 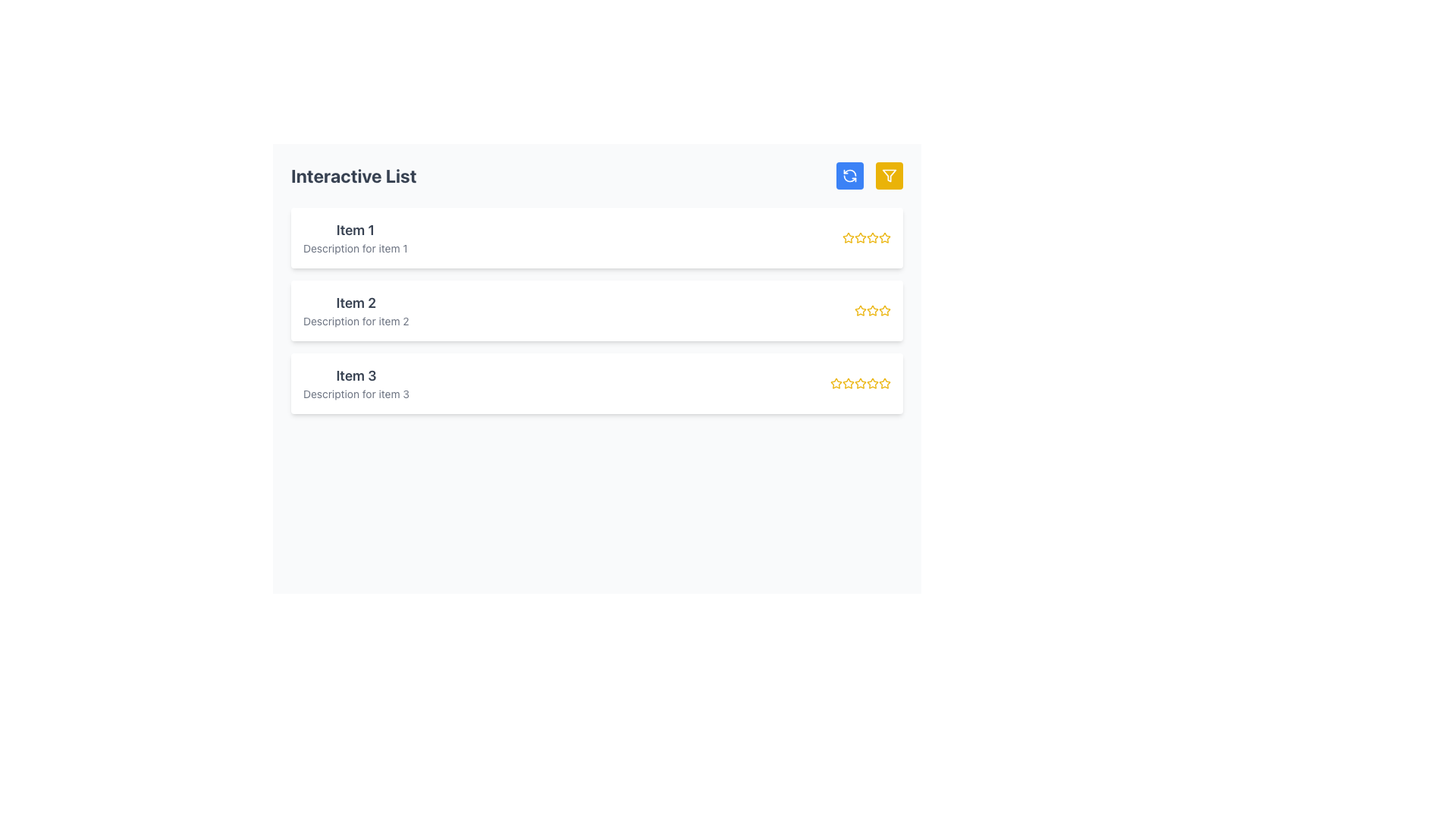 I want to click on the third yellow star in the 5-star rating system, so click(x=866, y=237).